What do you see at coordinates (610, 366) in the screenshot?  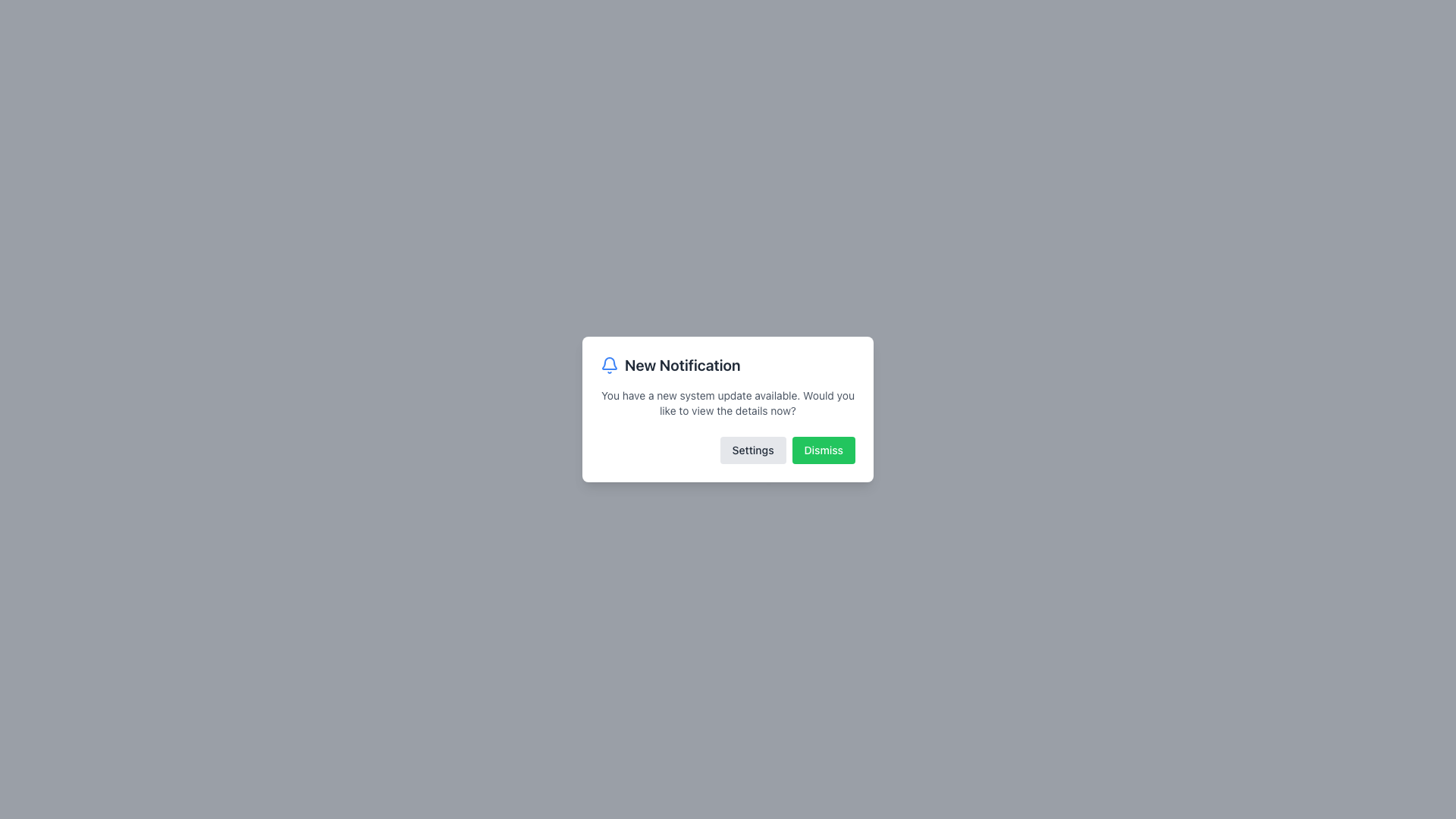 I see `the notification icon located on the left side of the header in the modal window, which indicates alerts to the user` at bounding box center [610, 366].